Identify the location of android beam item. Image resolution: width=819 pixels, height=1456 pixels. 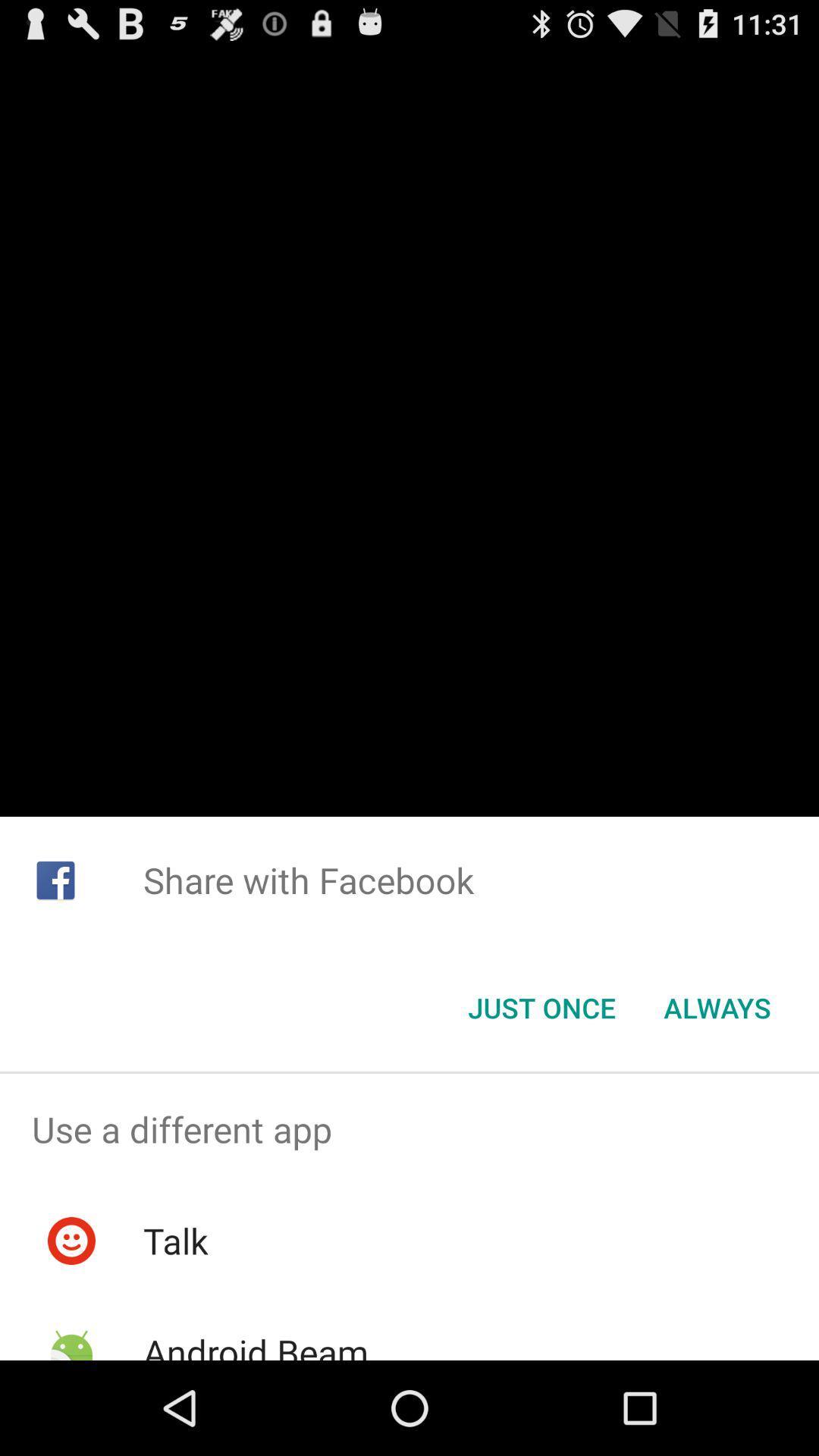
(255, 1344).